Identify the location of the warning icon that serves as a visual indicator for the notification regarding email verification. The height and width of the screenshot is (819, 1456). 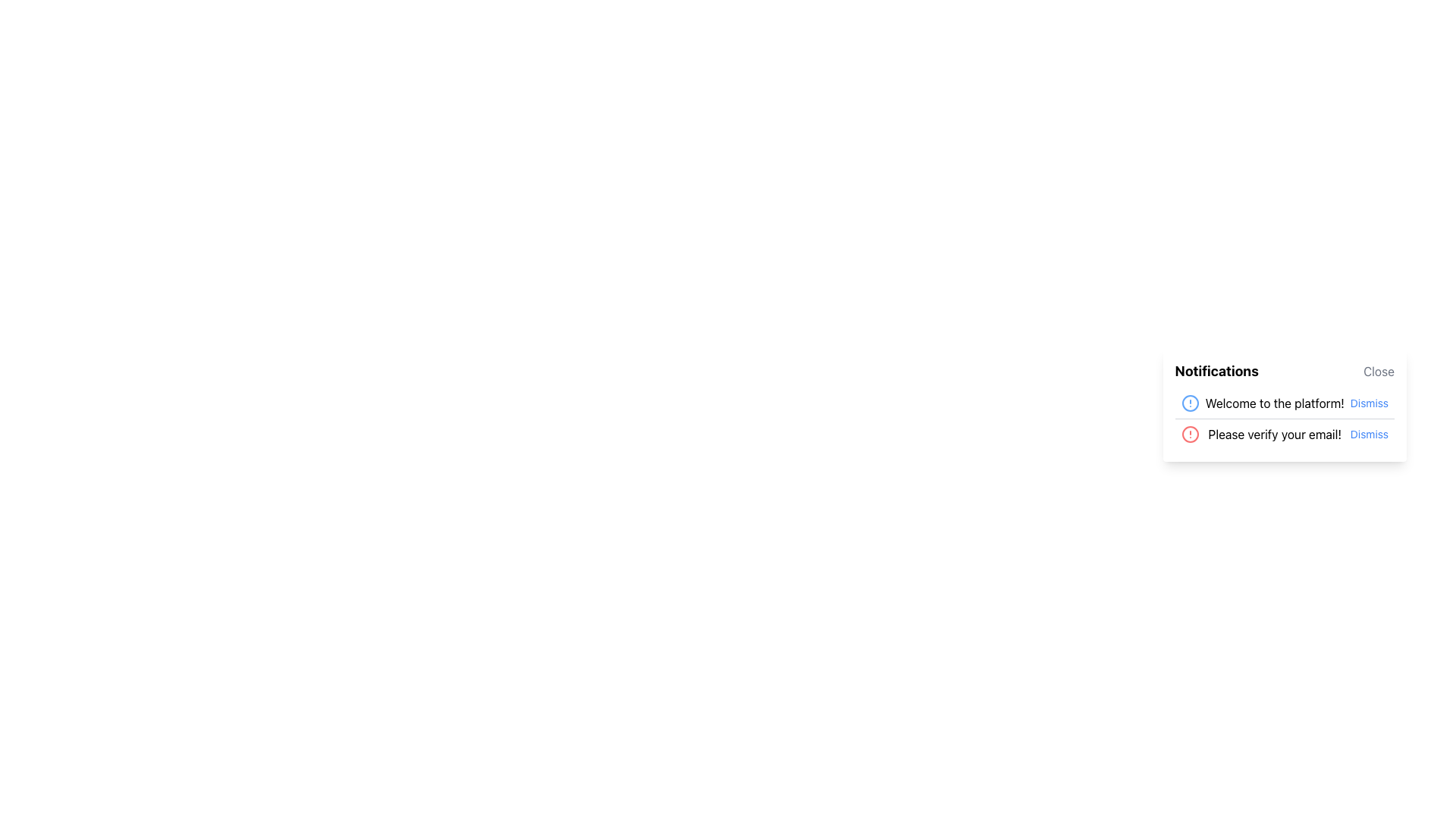
(1189, 435).